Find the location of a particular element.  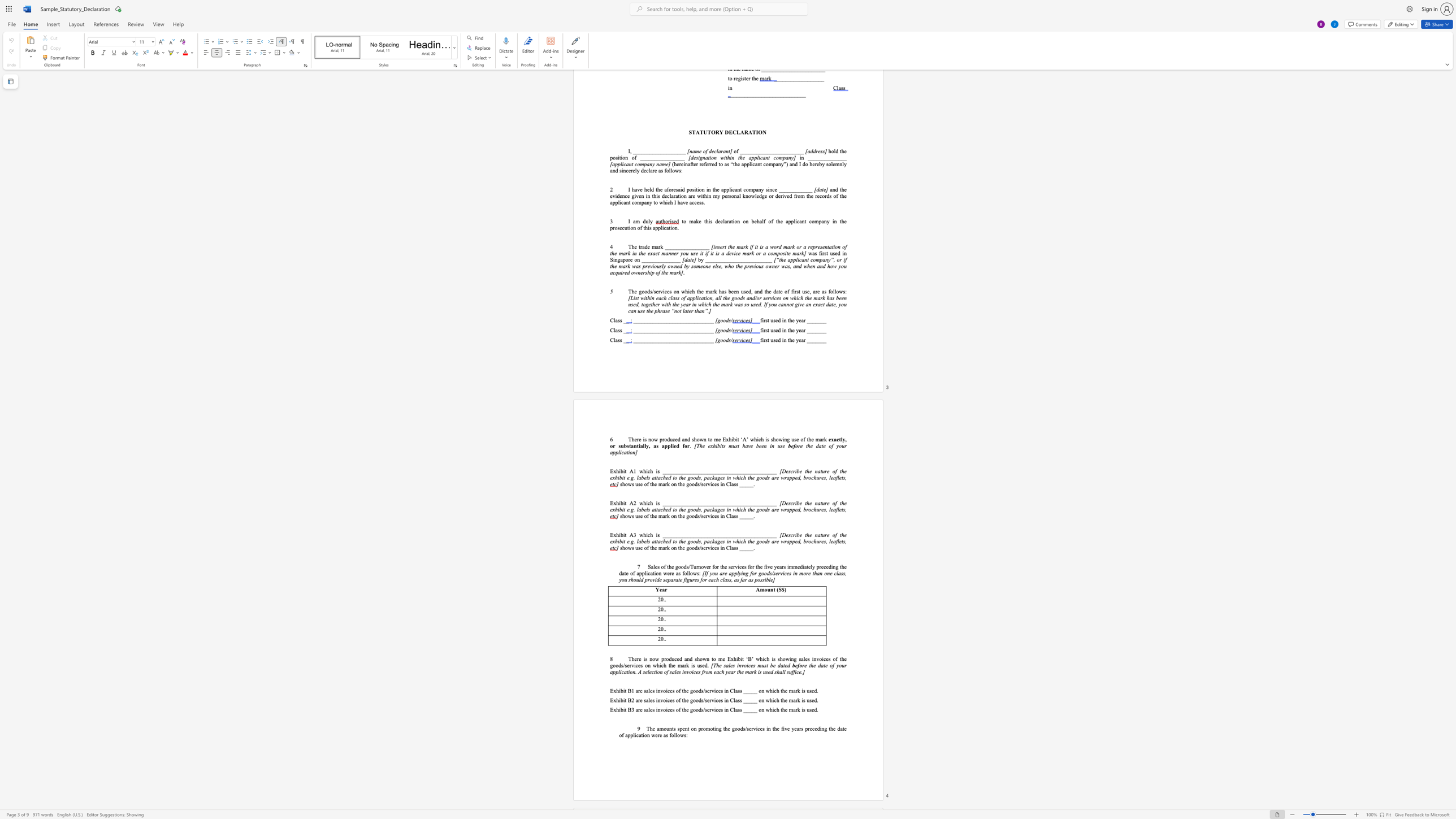

the subset text "date of appli" within the text "preceding the date of application were as follows:" is located at coordinates (619, 573).